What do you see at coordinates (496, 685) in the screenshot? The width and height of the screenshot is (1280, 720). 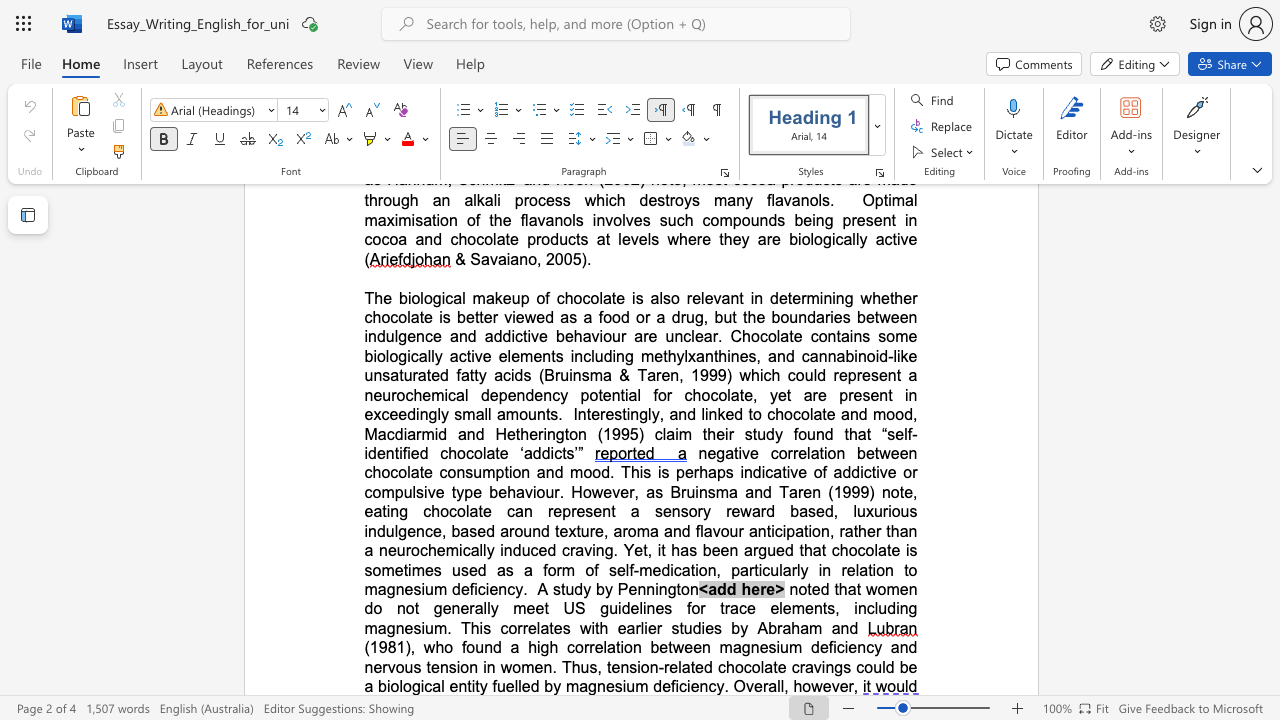 I see `the subset text "uell" within the text "(1981), who found a high correlation between magnesium deficiency and nervous tension in women. Thus, tension-related chocolate cravings could be a biological entity fuelled by magnesium deficiency. Overall, however,"` at bounding box center [496, 685].